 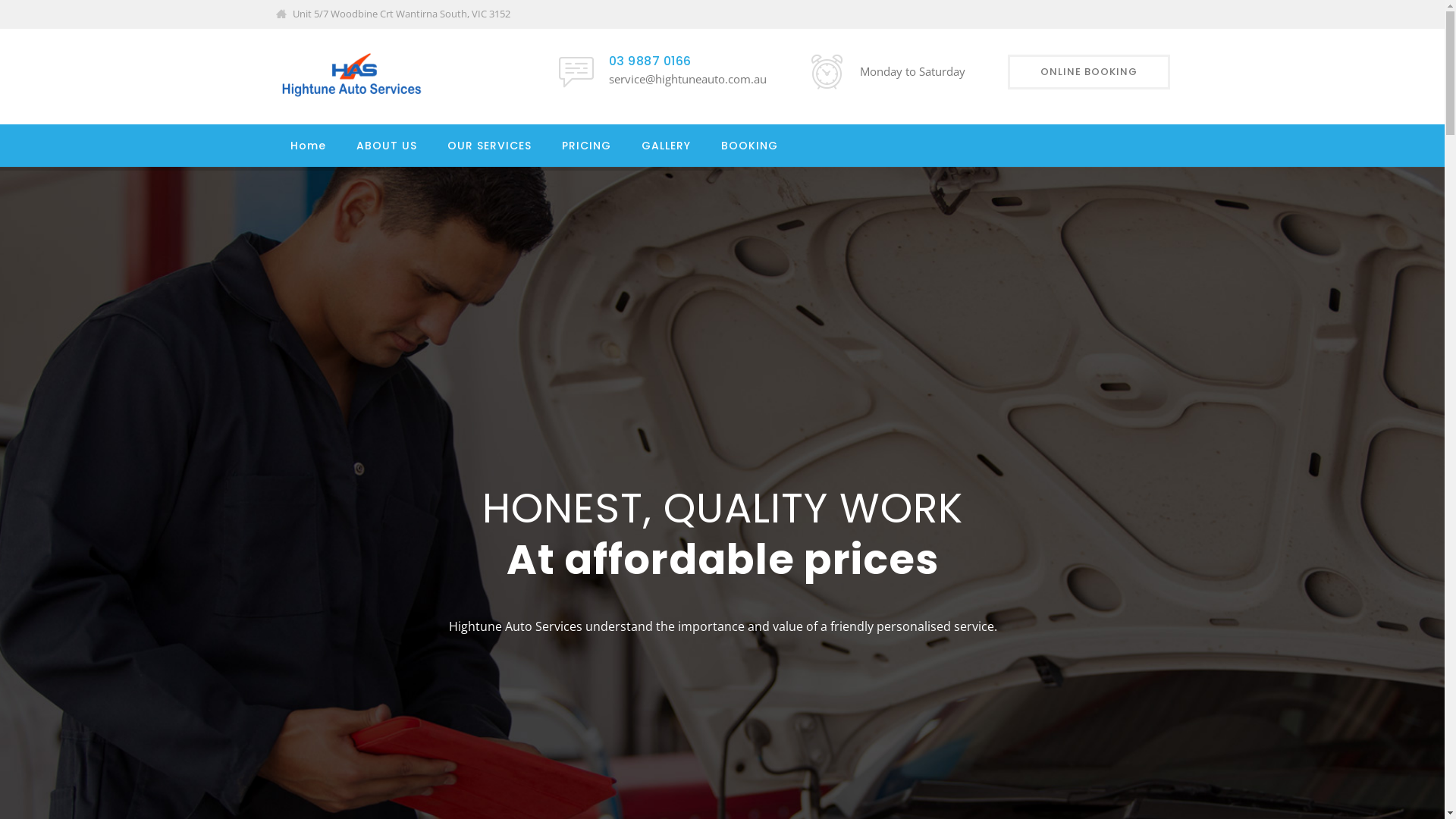 What do you see at coordinates (560, 146) in the screenshot?
I see `'PRICING'` at bounding box center [560, 146].